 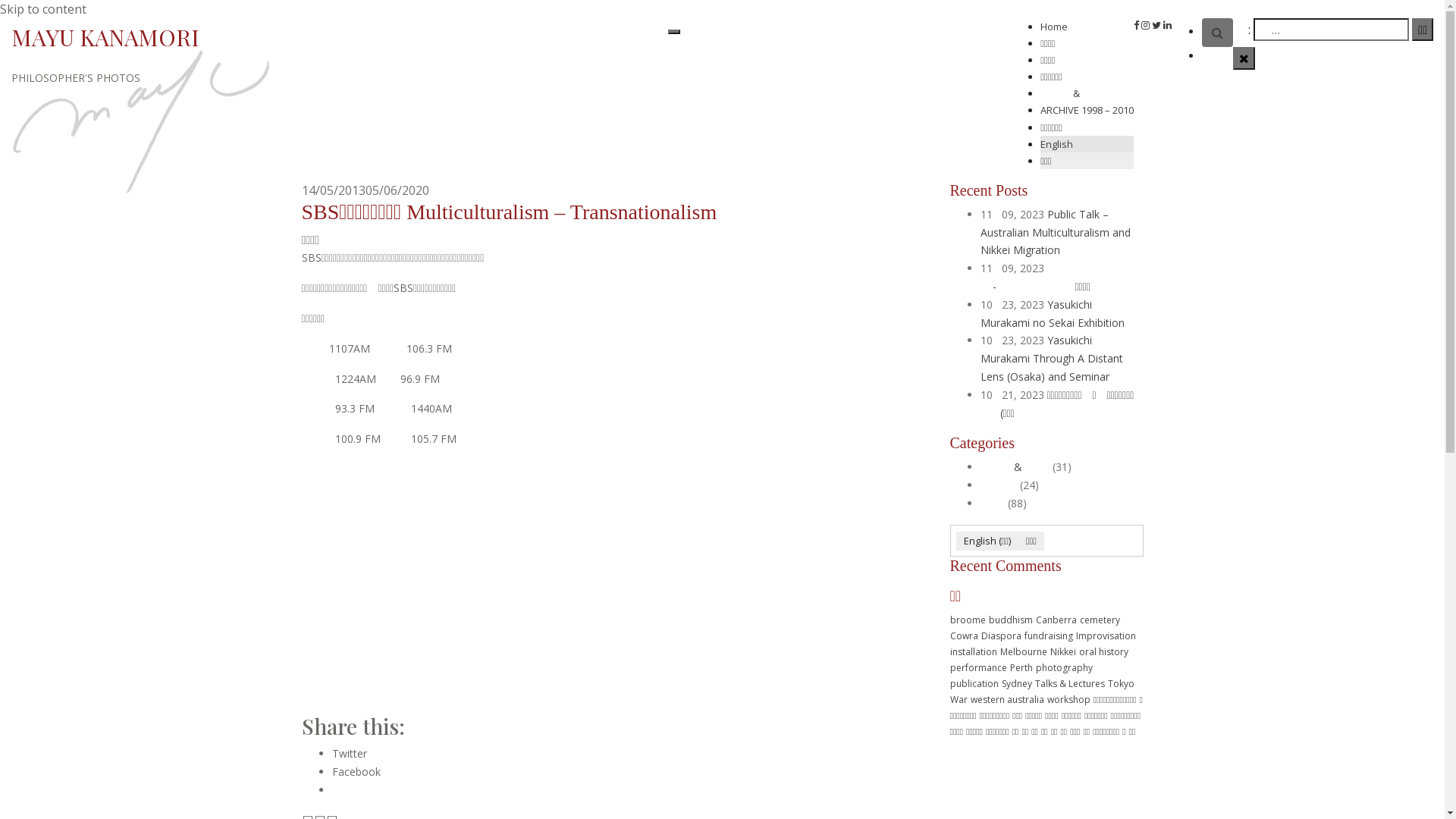 What do you see at coordinates (977, 667) in the screenshot?
I see `'performance'` at bounding box center [977, 667].